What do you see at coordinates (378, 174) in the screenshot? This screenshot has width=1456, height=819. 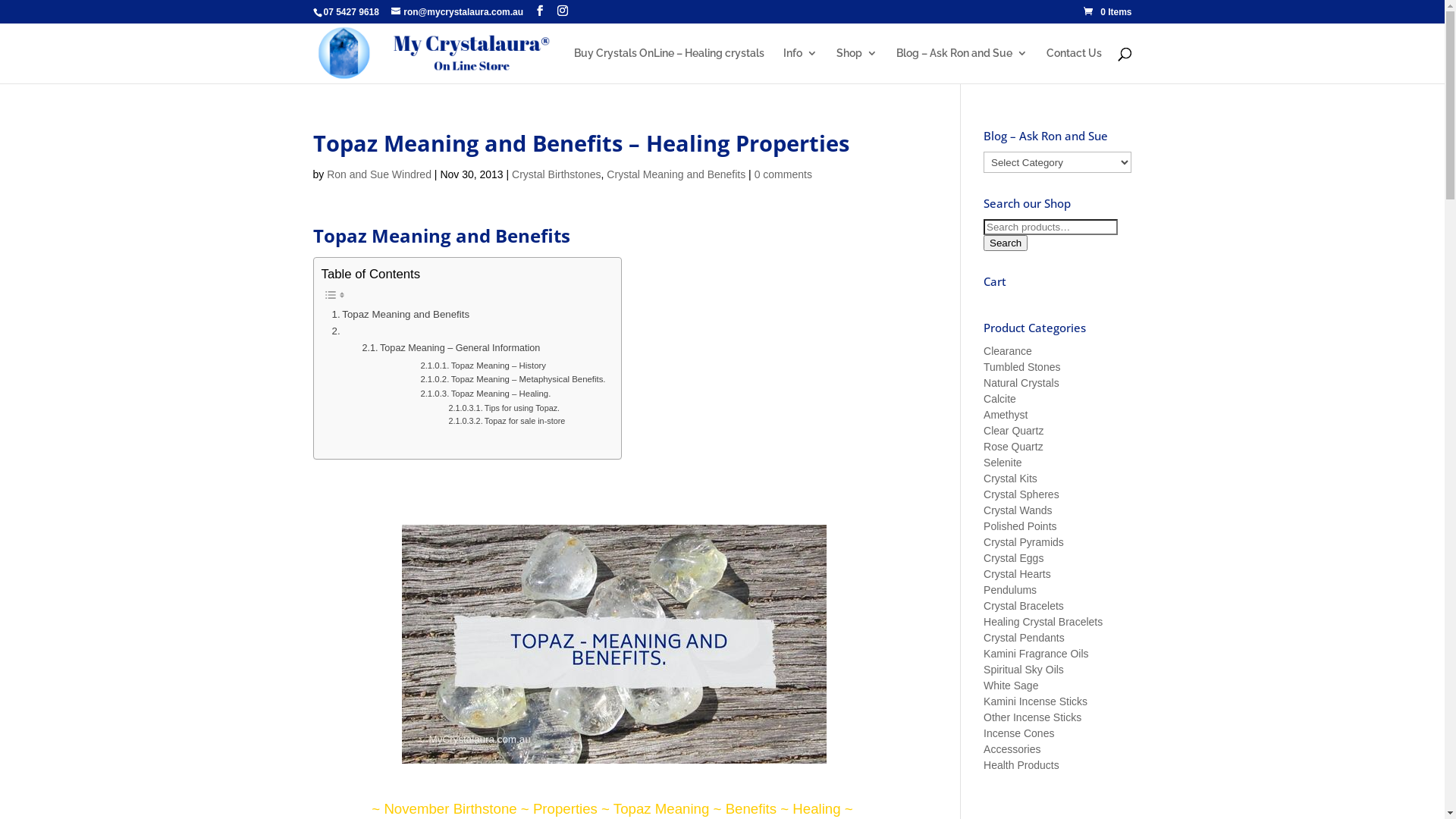 I see `'Ron and Sue Windred'` at bounding box center [378, 174].